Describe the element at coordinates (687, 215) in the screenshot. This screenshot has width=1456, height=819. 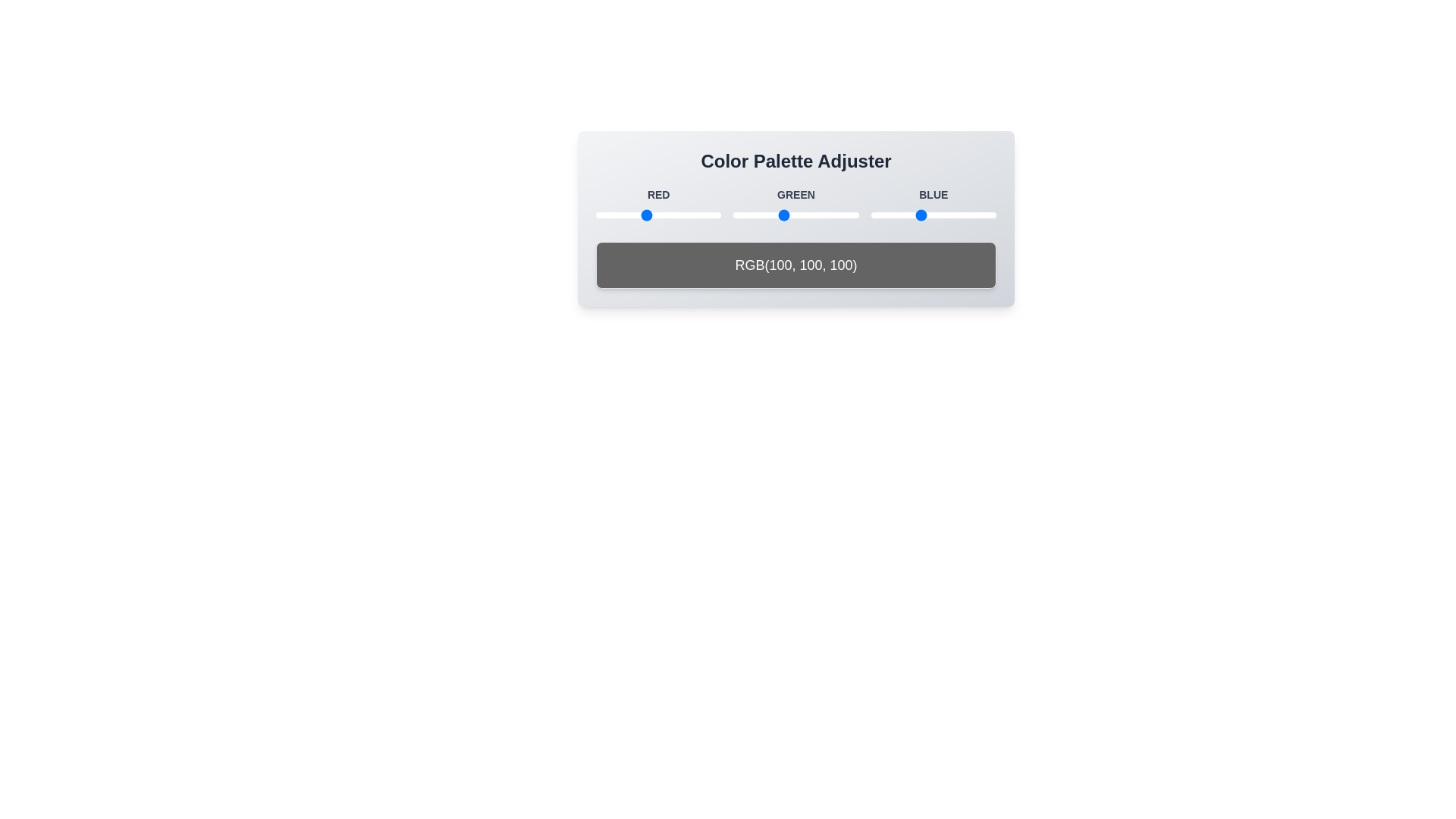
I see `the red color slider to 188` at that location.